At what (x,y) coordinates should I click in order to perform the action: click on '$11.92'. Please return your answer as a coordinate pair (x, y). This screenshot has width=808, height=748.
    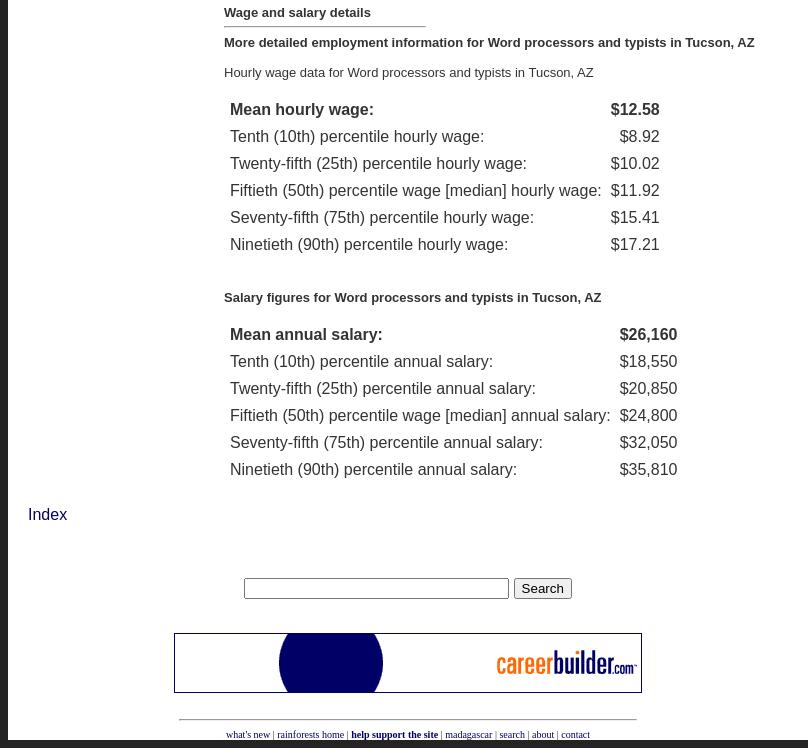
    Looking at the image, I should click on (634, 189).